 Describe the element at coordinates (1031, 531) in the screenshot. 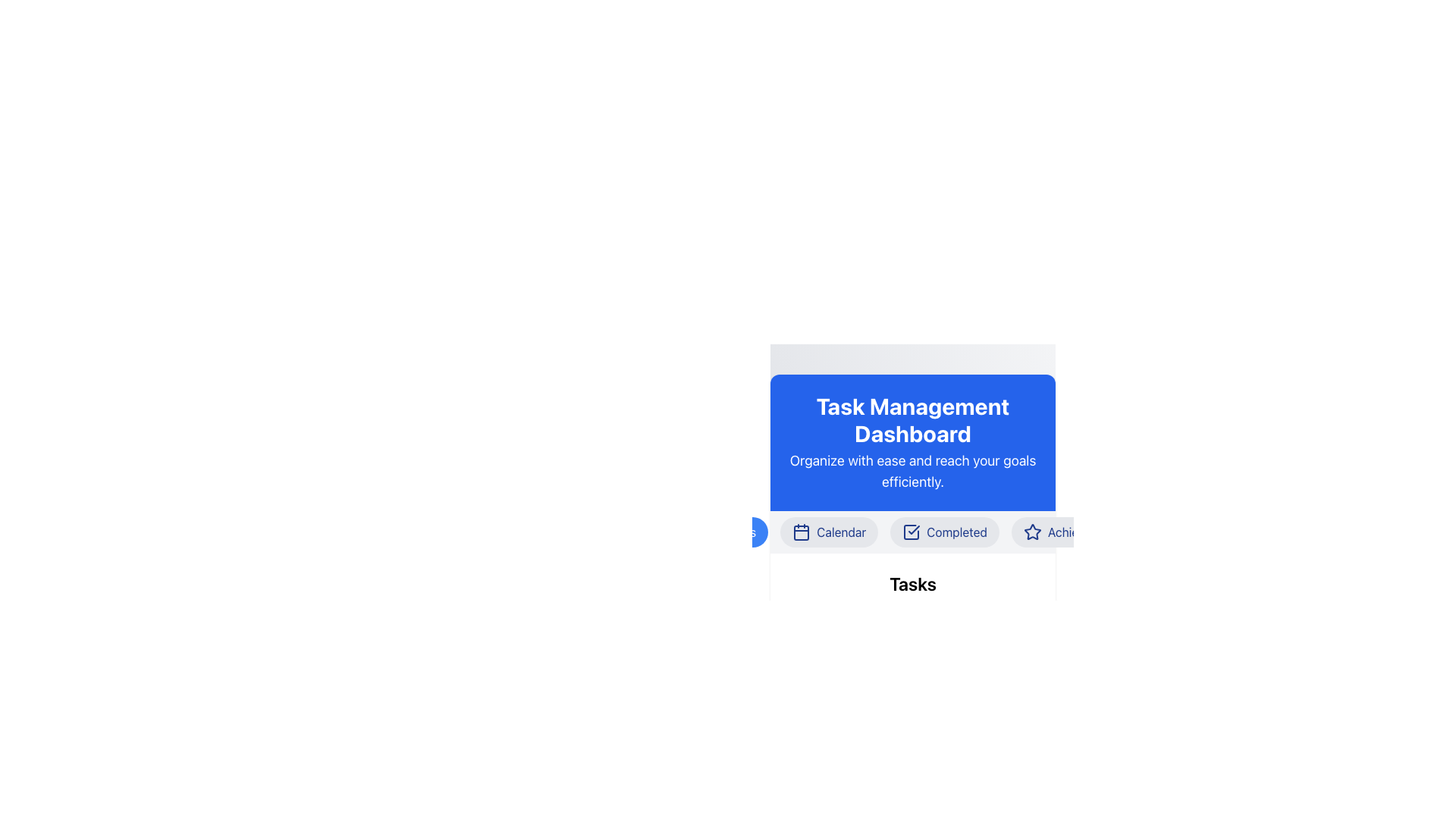

I see `the star icon with a blue outline located to the far right of the interactive icons under 'Task Management Dashboard'` at that location.